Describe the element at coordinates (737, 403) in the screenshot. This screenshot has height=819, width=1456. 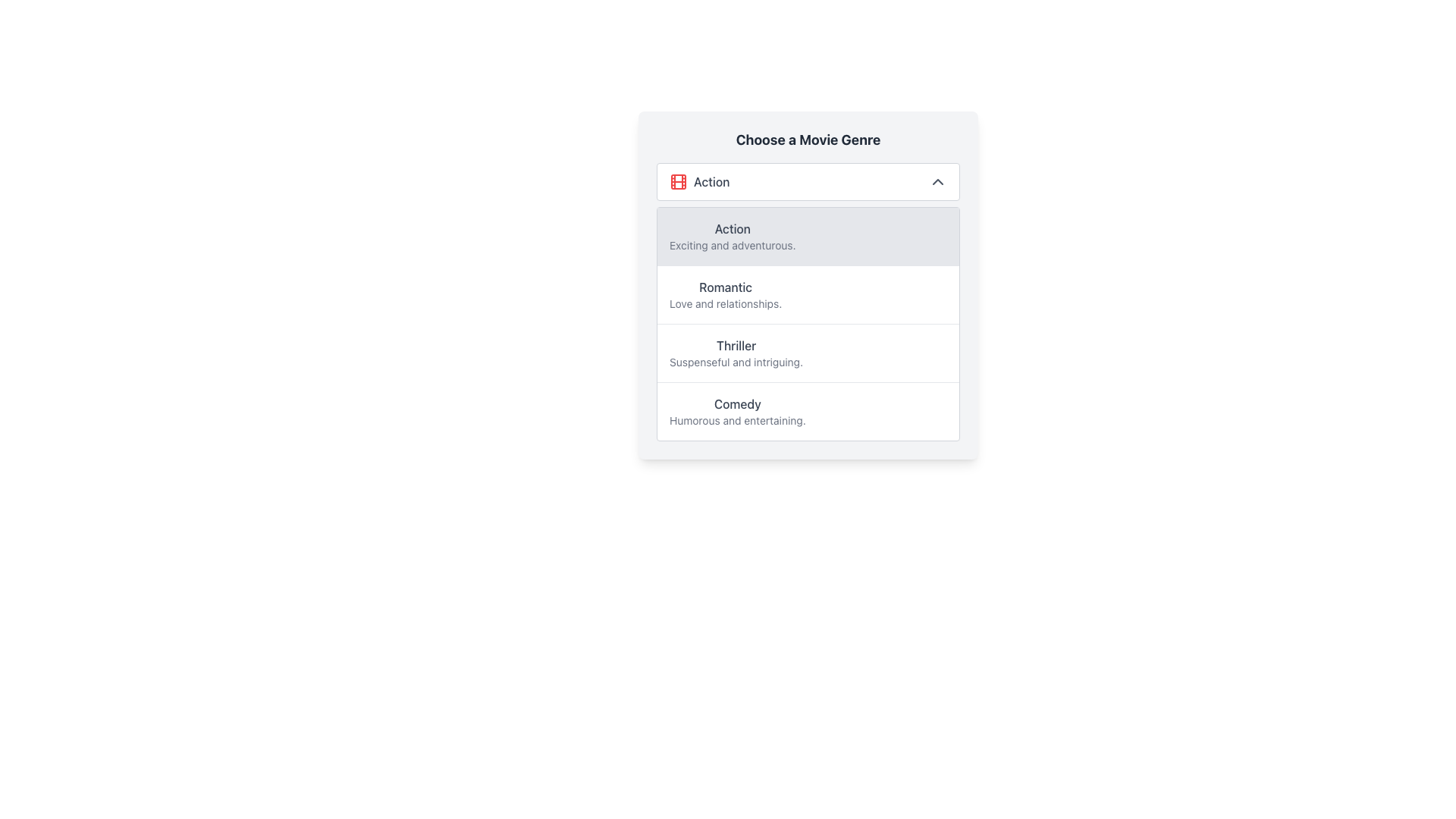
I see `the 'Comedy' genre label located at the bottom of the movie genre list, positioned directly above the sub-text describing it` at that location.